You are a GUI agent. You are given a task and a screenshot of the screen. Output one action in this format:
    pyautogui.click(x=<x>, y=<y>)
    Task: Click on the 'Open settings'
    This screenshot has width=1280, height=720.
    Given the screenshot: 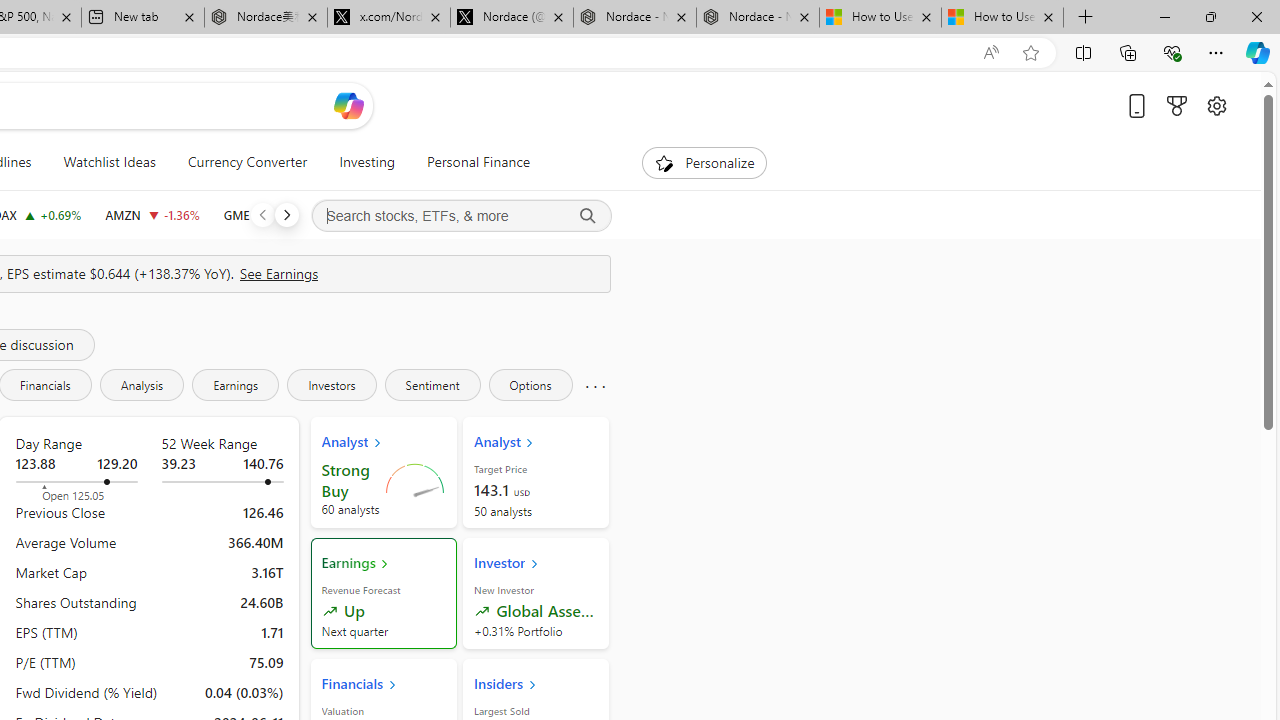 What is the action you would take?
    pyautogui.click(x=1215, y=105)
    